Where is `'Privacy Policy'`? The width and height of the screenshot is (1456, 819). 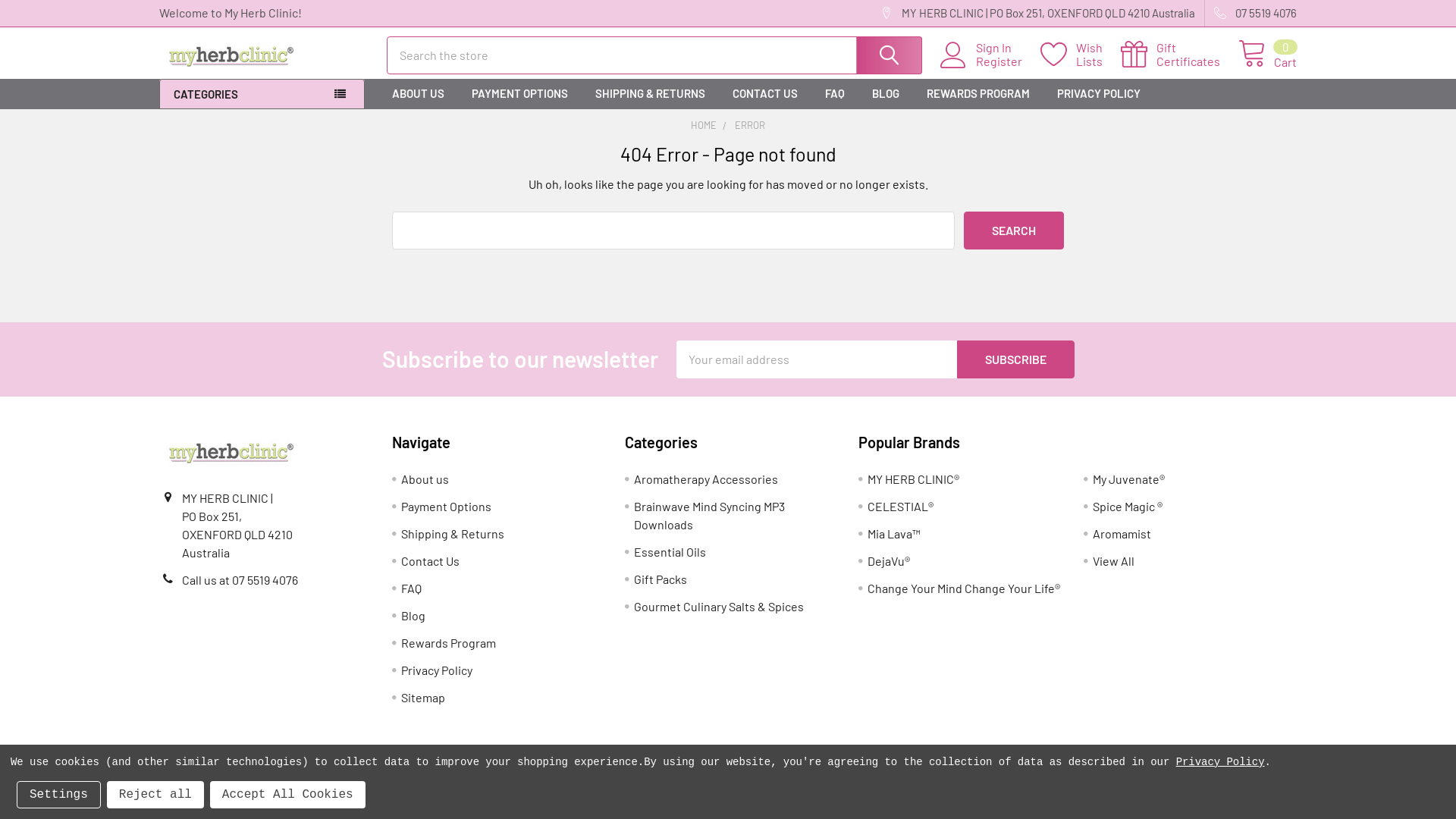
'Privacy Policy' is located at coordinates (1220, 762).